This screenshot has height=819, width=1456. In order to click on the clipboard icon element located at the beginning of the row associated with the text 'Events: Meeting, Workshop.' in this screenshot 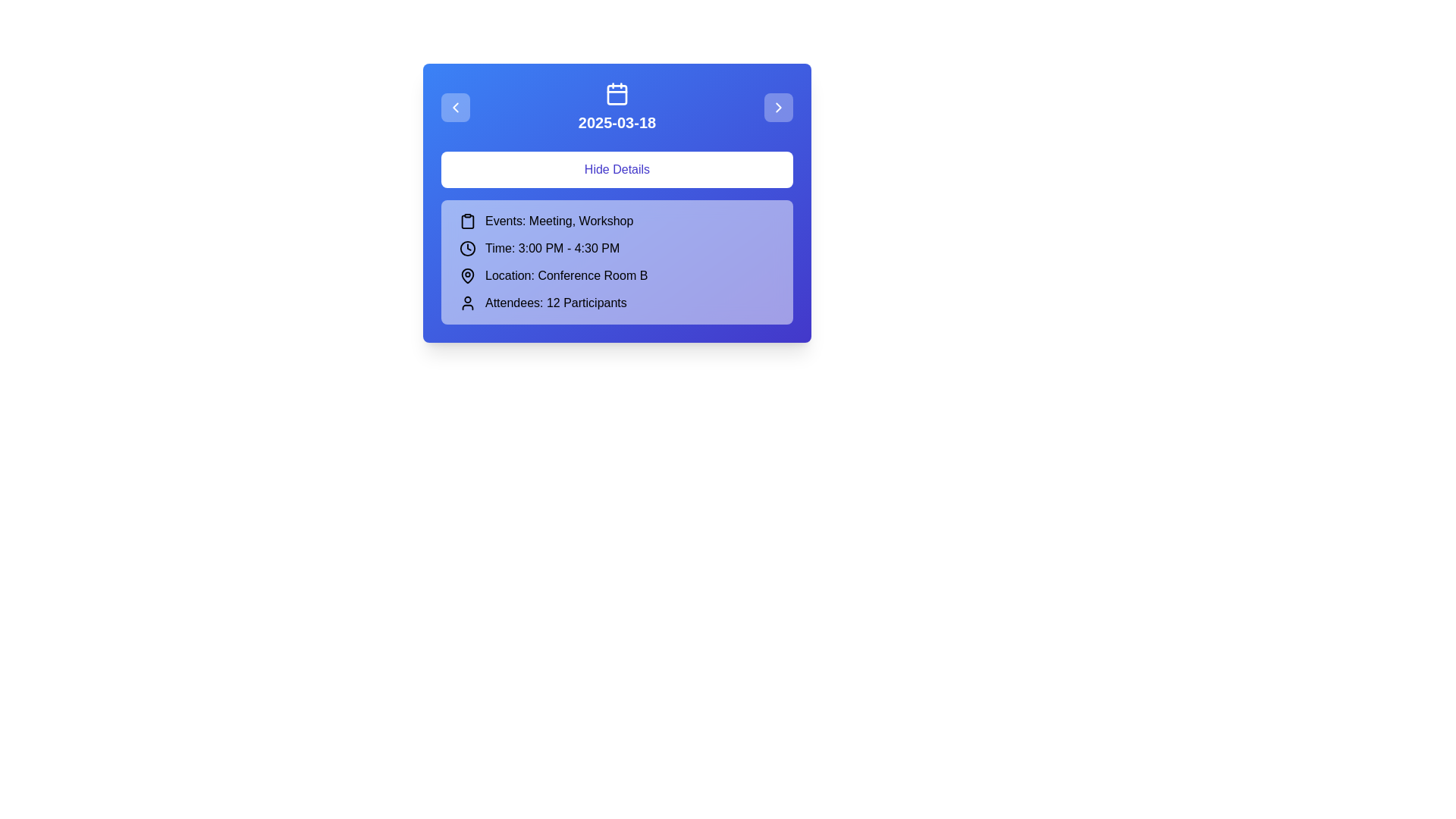, I will do `click(467, 221)`.